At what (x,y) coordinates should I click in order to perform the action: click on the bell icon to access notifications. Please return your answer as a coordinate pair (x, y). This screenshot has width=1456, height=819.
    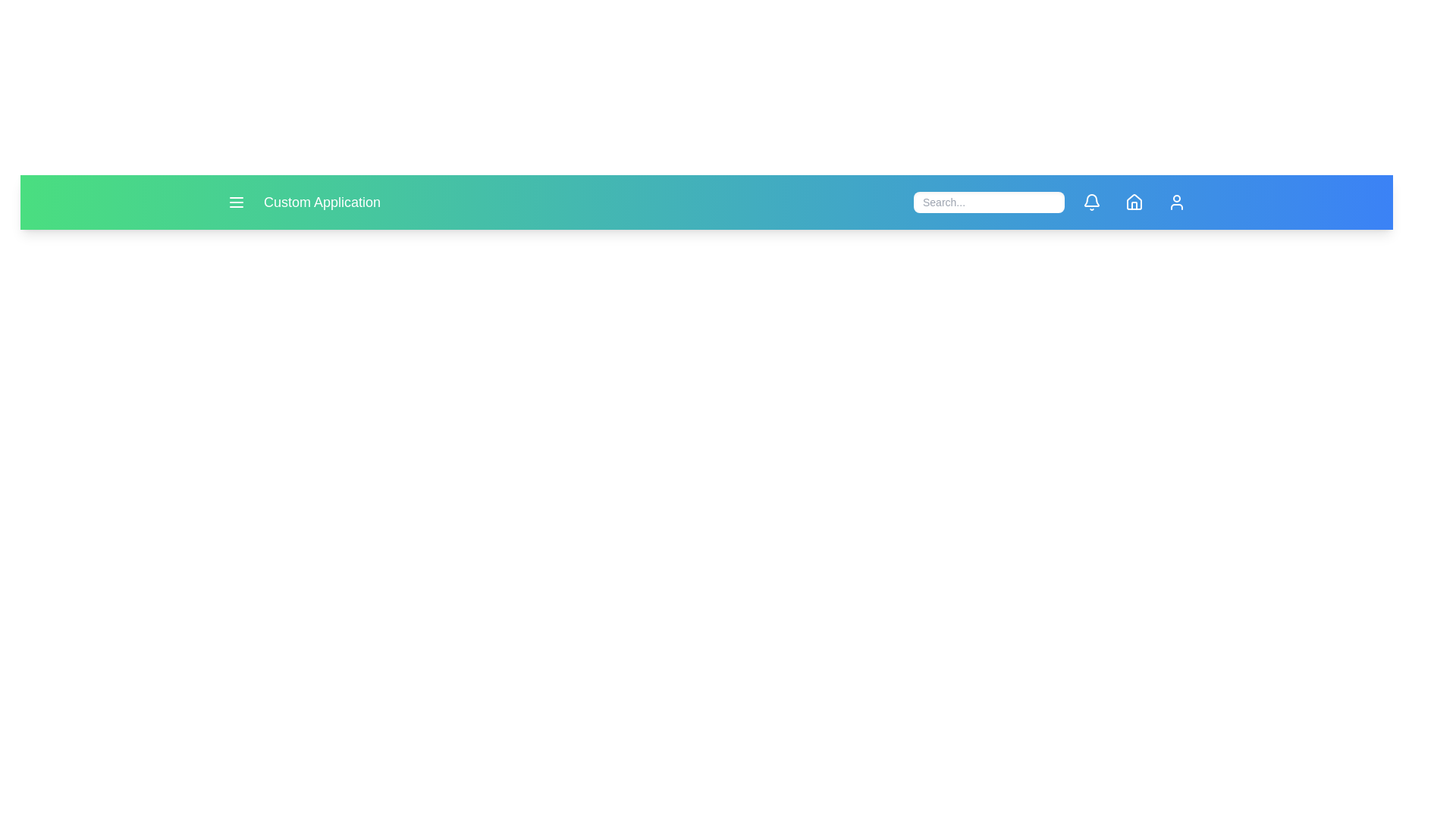
    Looking at the image, I should click on (1092, 201).